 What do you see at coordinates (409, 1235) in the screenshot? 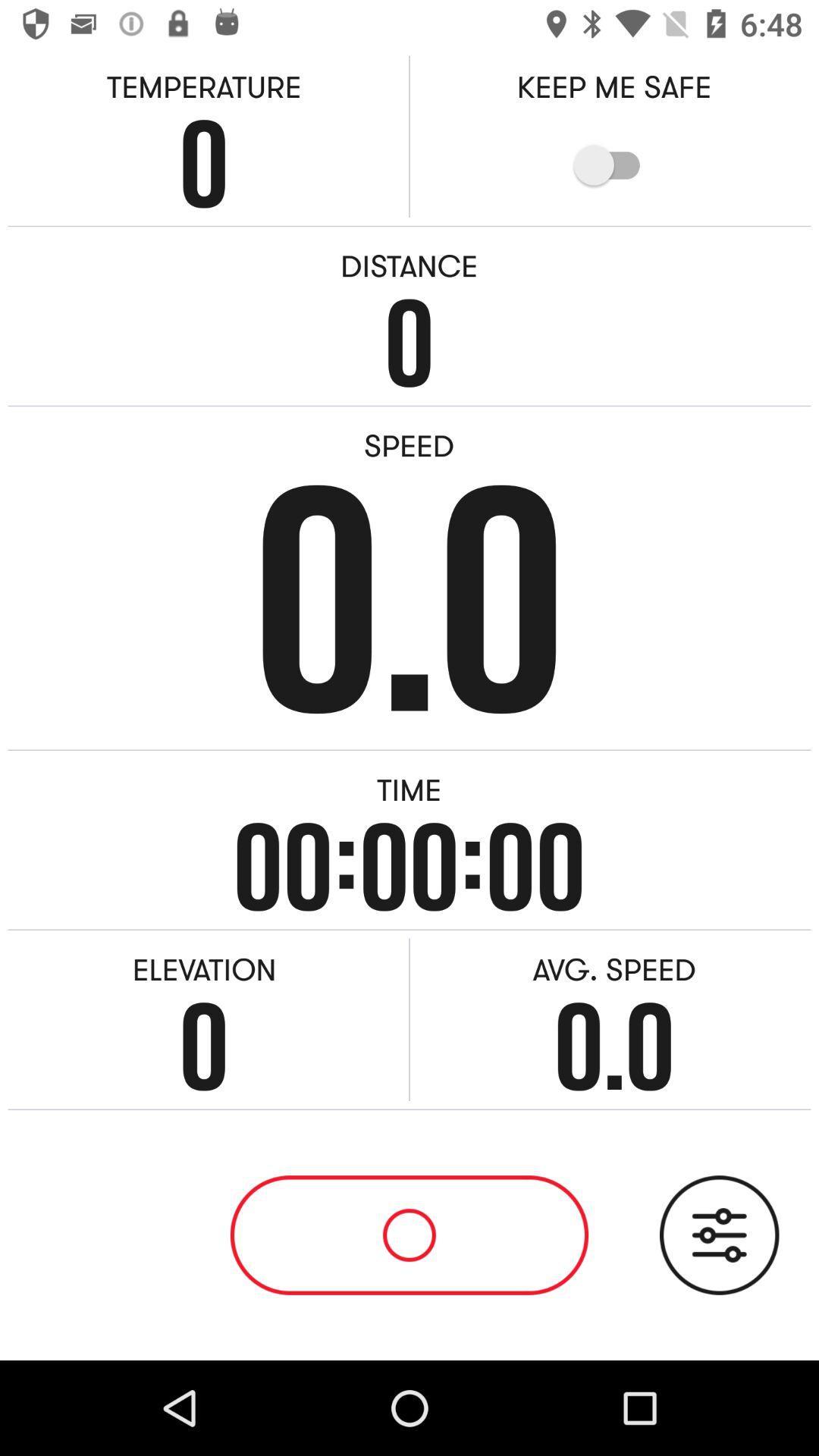
I see `begin recording` at bounding box center [409, 1235].